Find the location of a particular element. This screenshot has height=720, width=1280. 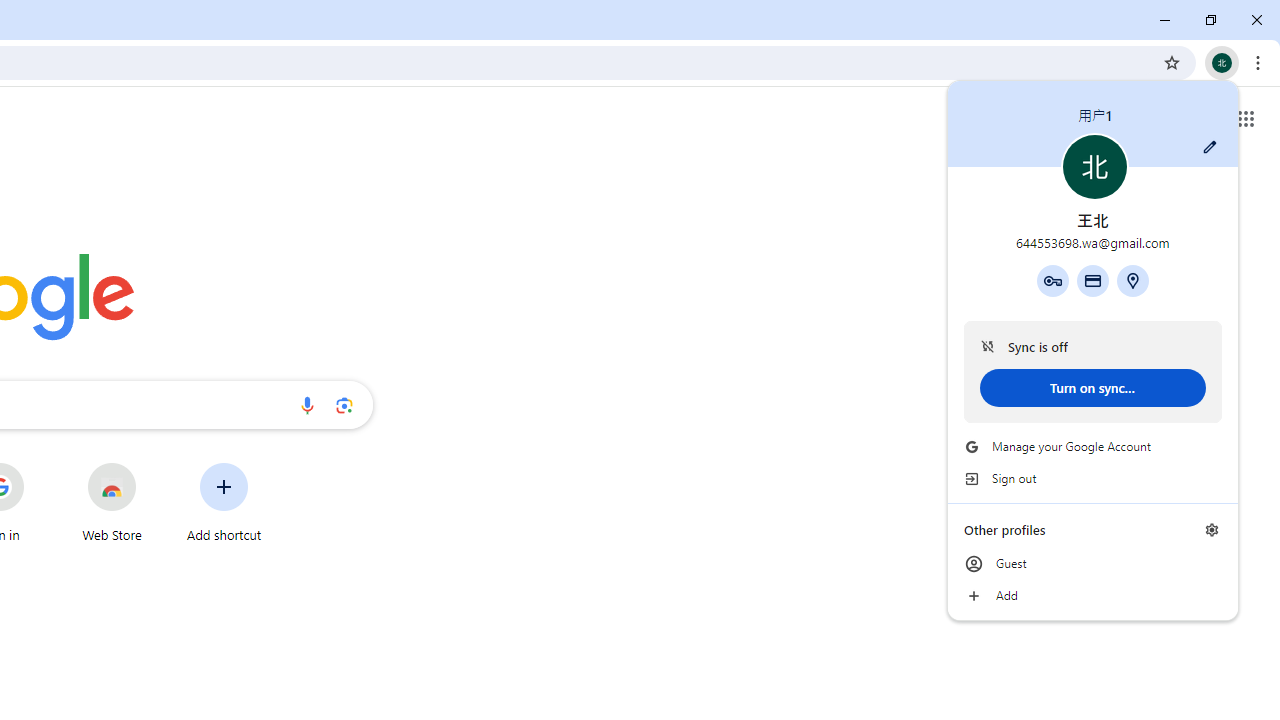

'Manage profiles' is located at coordinates (1211, 528).